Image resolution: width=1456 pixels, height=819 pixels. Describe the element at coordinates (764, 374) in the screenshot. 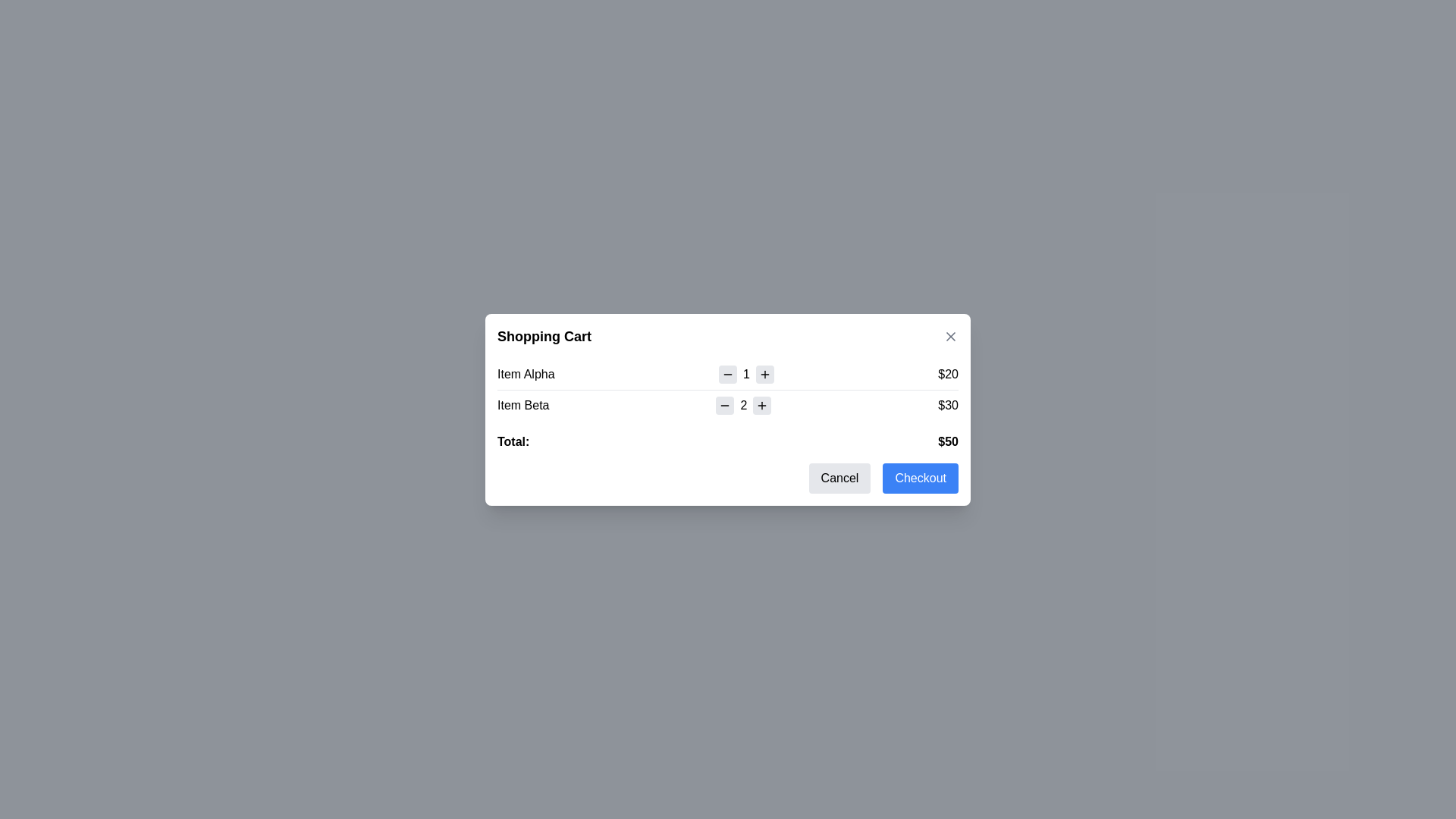

I see `the increment button for 'Item Alpha'` at that location.